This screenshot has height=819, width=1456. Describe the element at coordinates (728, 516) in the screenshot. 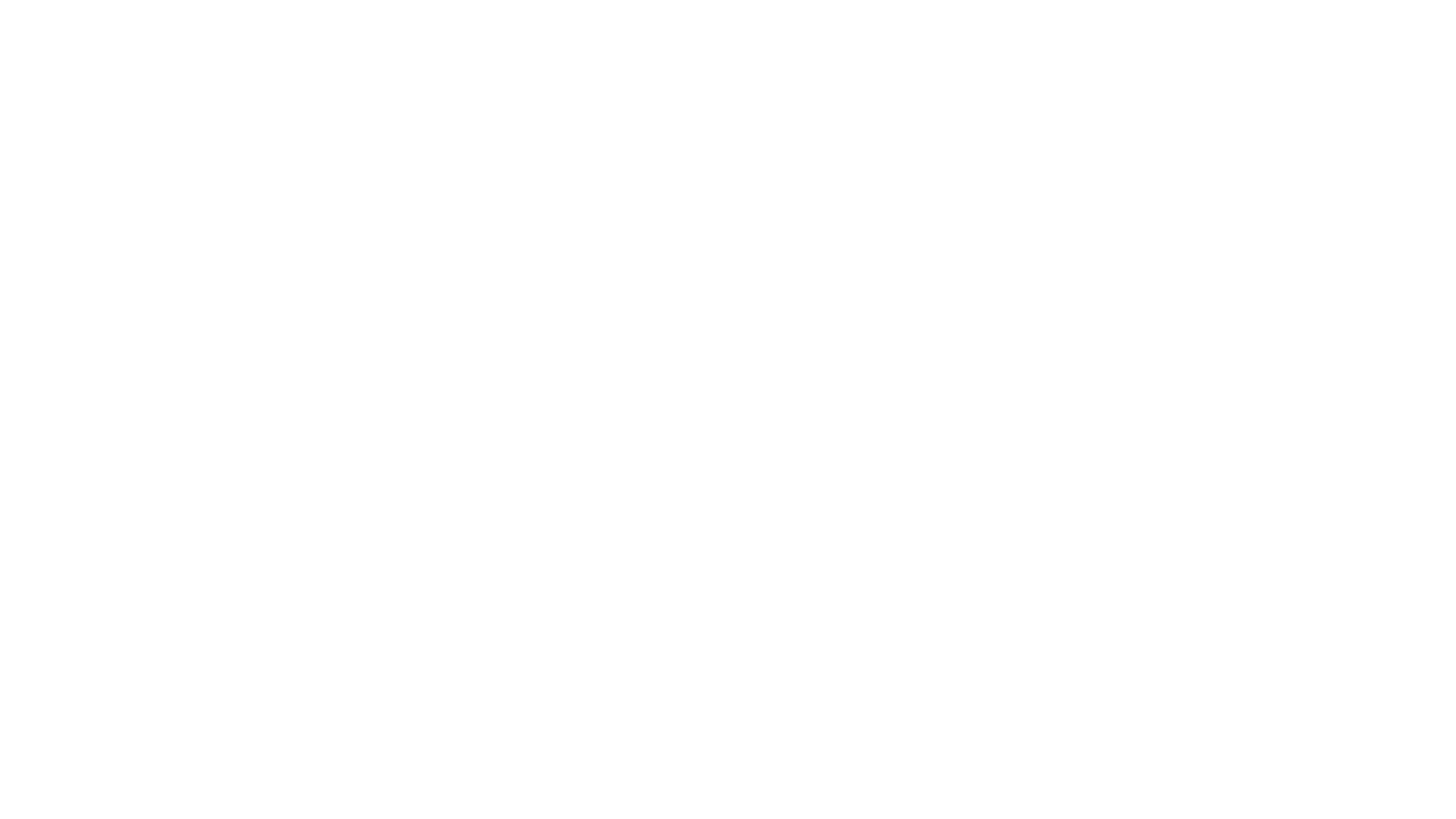

I see `Sign in with GitHub` at that location.